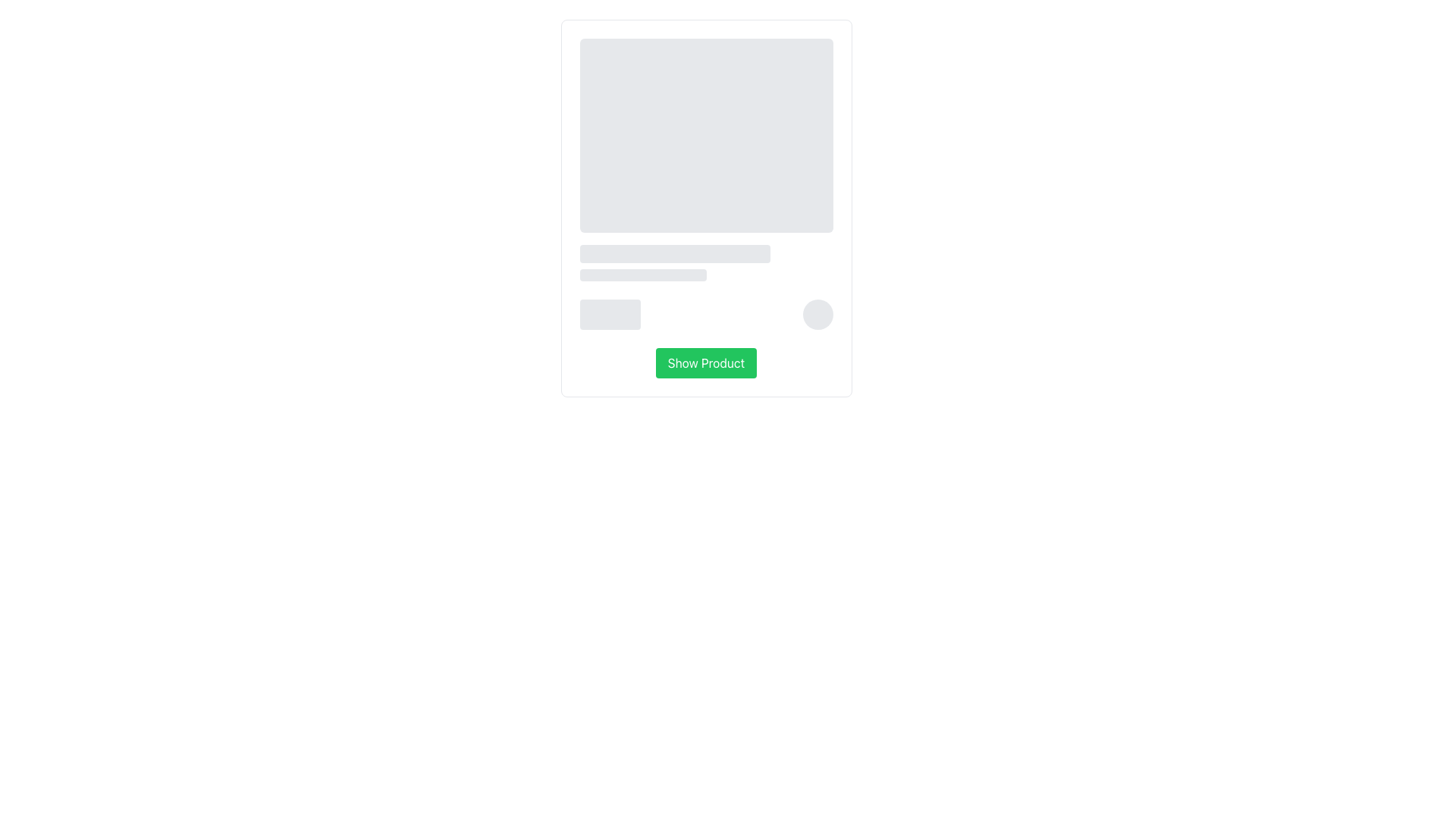 The image size is (1456, 819). Describe the element at coordinates (705, 362) in the screenshot. I see `the green 'Show Product' button` at that location.